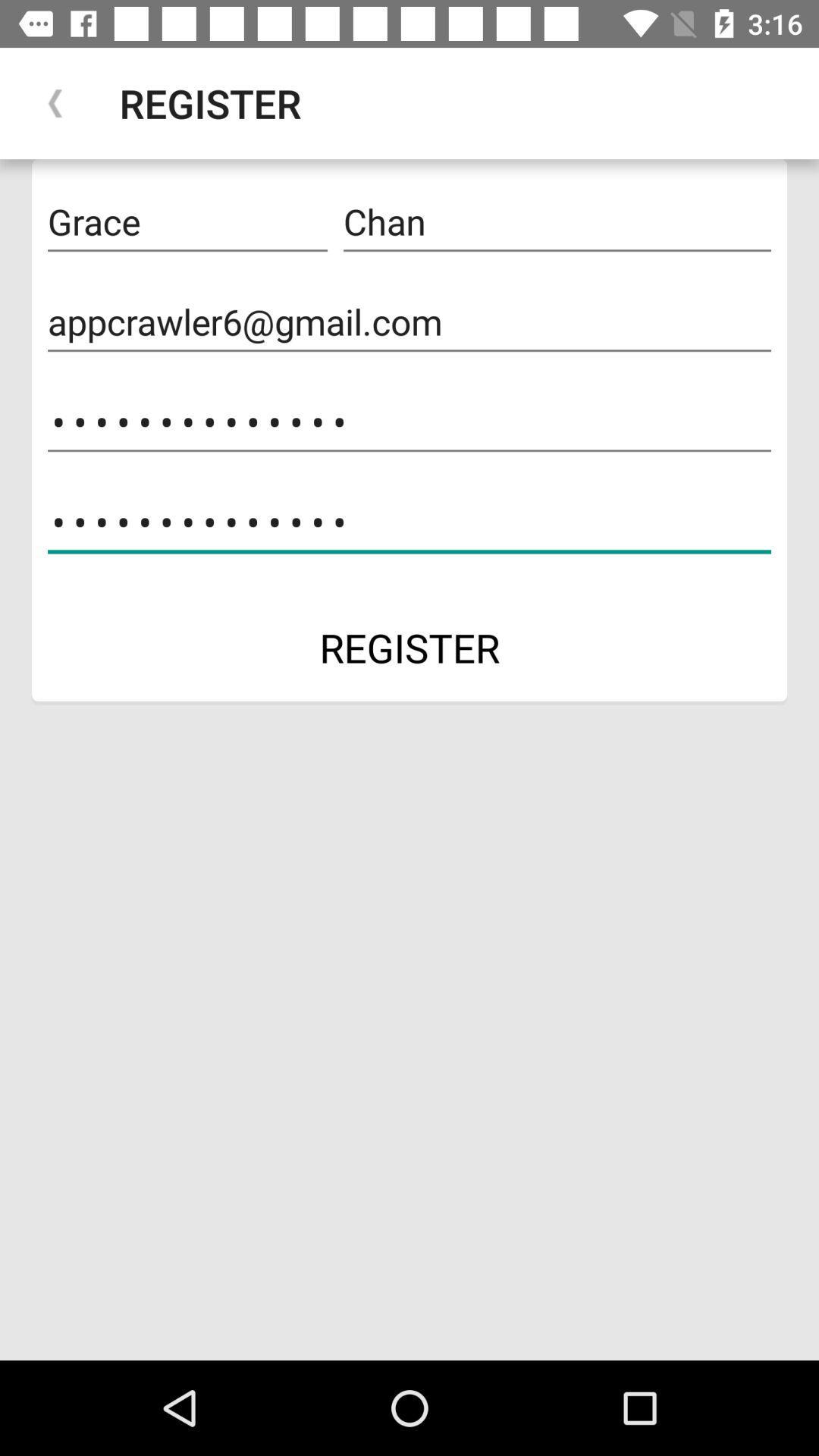 Image resolution: width=819 pixels, height=1456 pixels. I want to click on icon next to chan item, so click(187, 221).